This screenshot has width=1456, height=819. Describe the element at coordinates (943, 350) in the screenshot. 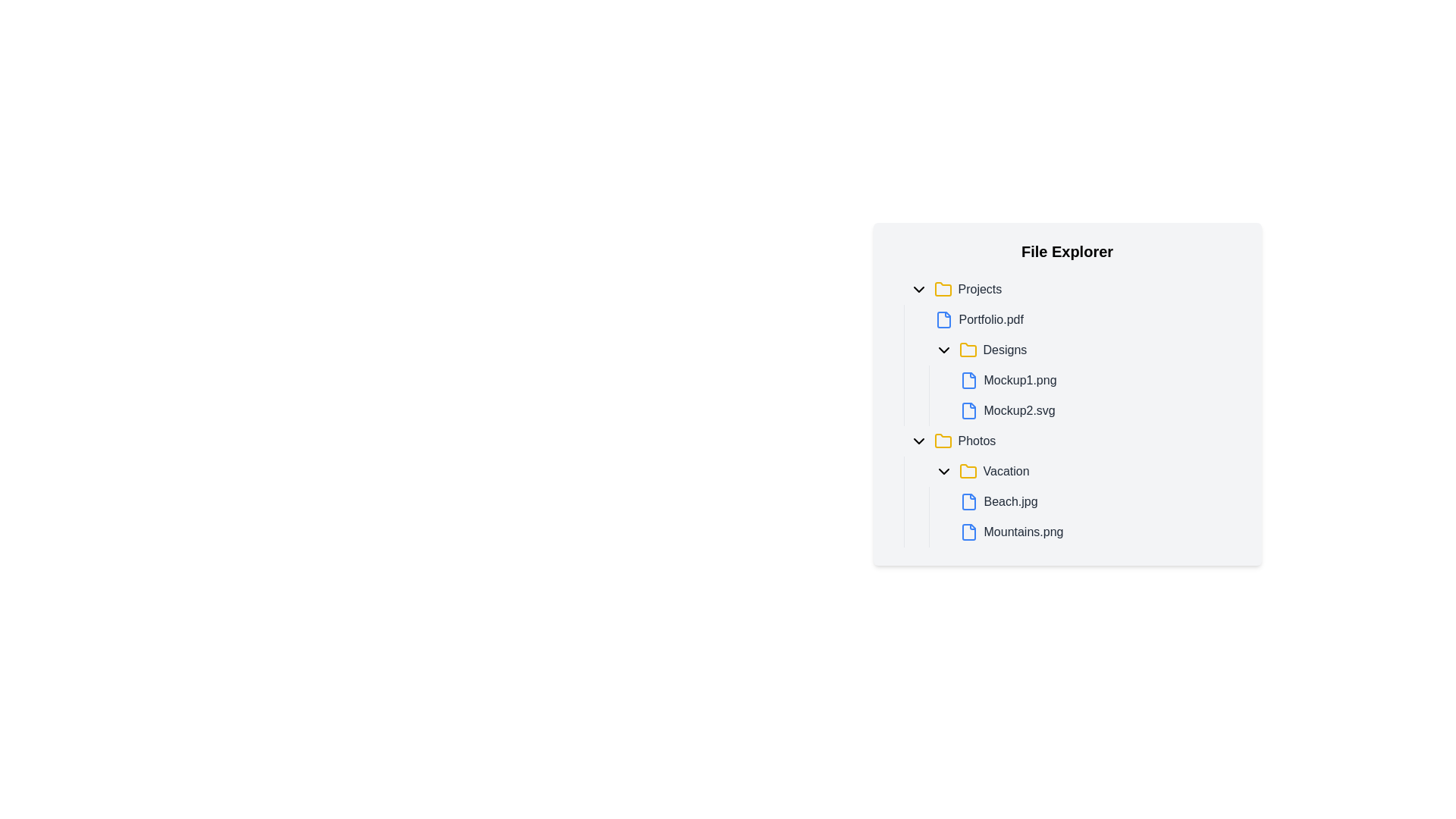

I see `the downward-pointing chevron arrow icon next to the 'Designs' label` at that location.